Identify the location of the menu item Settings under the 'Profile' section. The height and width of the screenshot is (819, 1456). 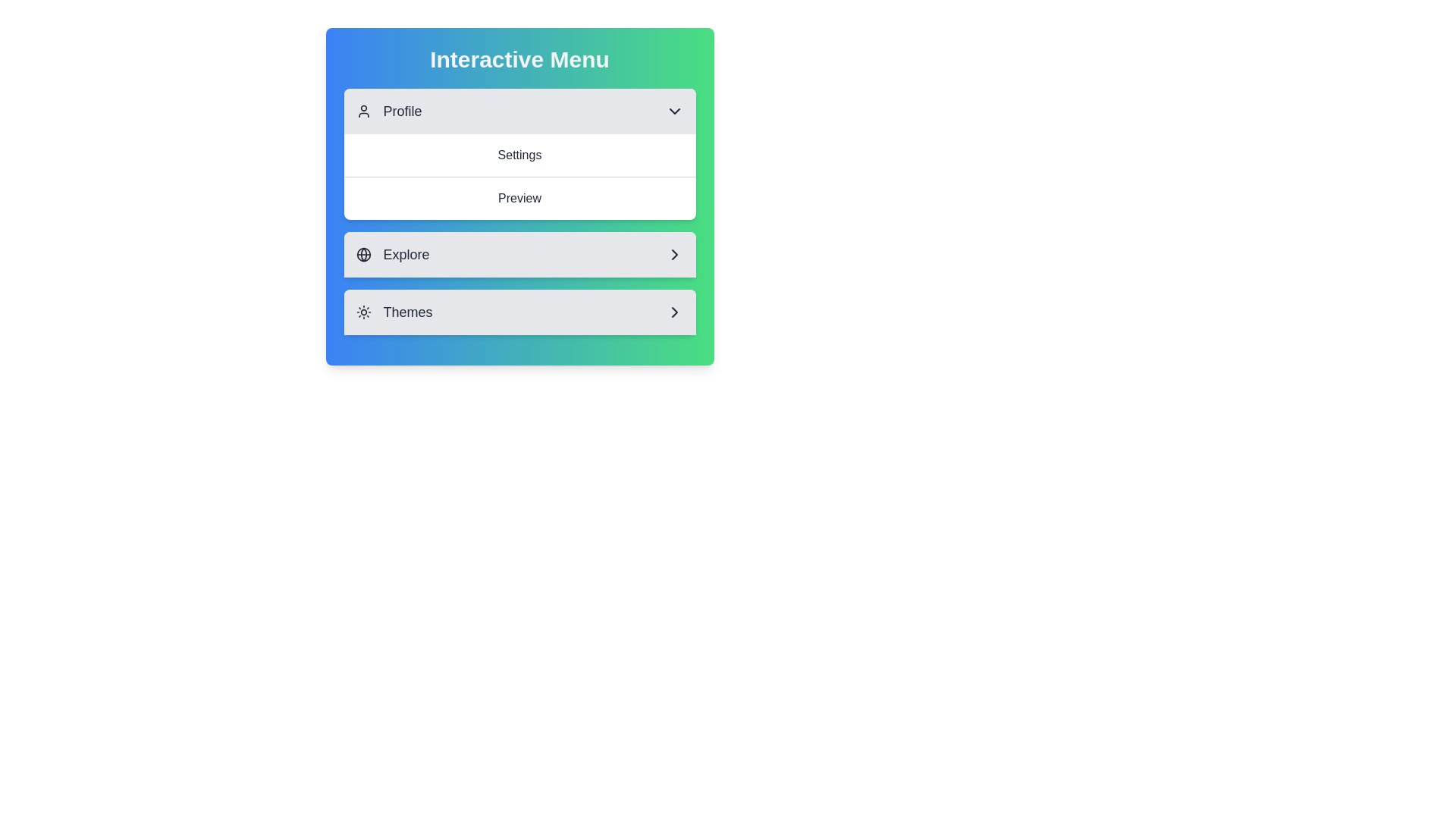
(519, 155).